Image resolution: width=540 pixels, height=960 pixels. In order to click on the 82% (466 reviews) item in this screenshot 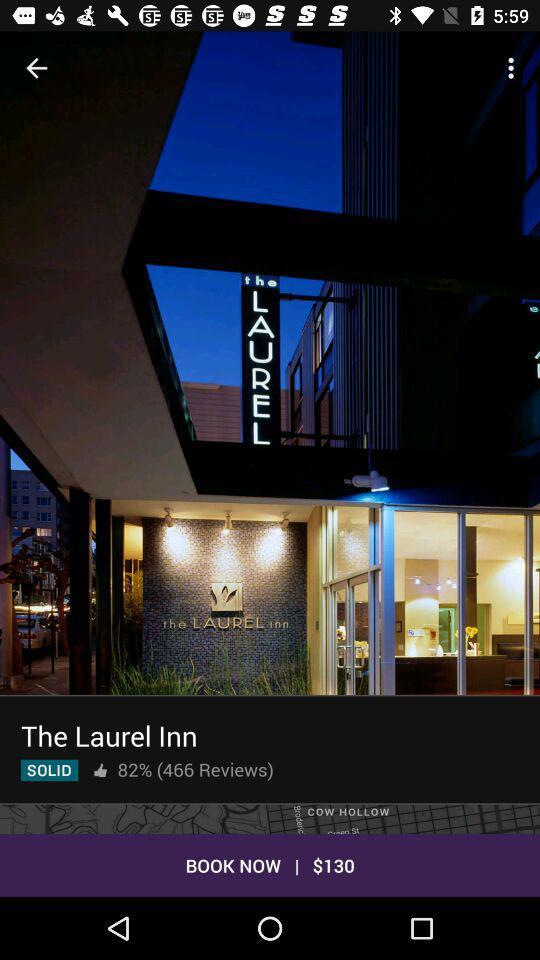, I will do `click(195, 768)`.